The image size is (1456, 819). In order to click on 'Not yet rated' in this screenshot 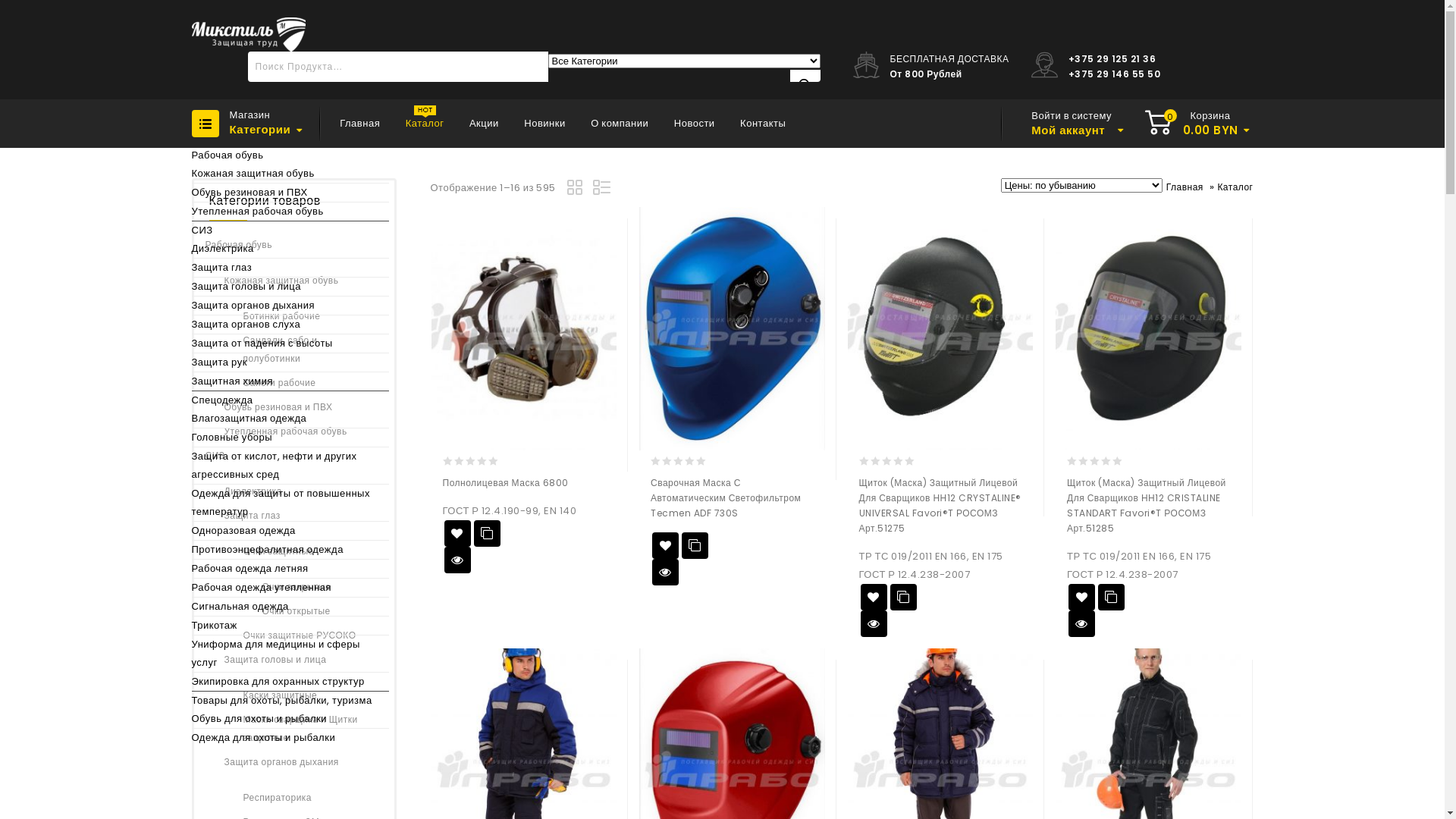, I will do `click(1096, 460)`.